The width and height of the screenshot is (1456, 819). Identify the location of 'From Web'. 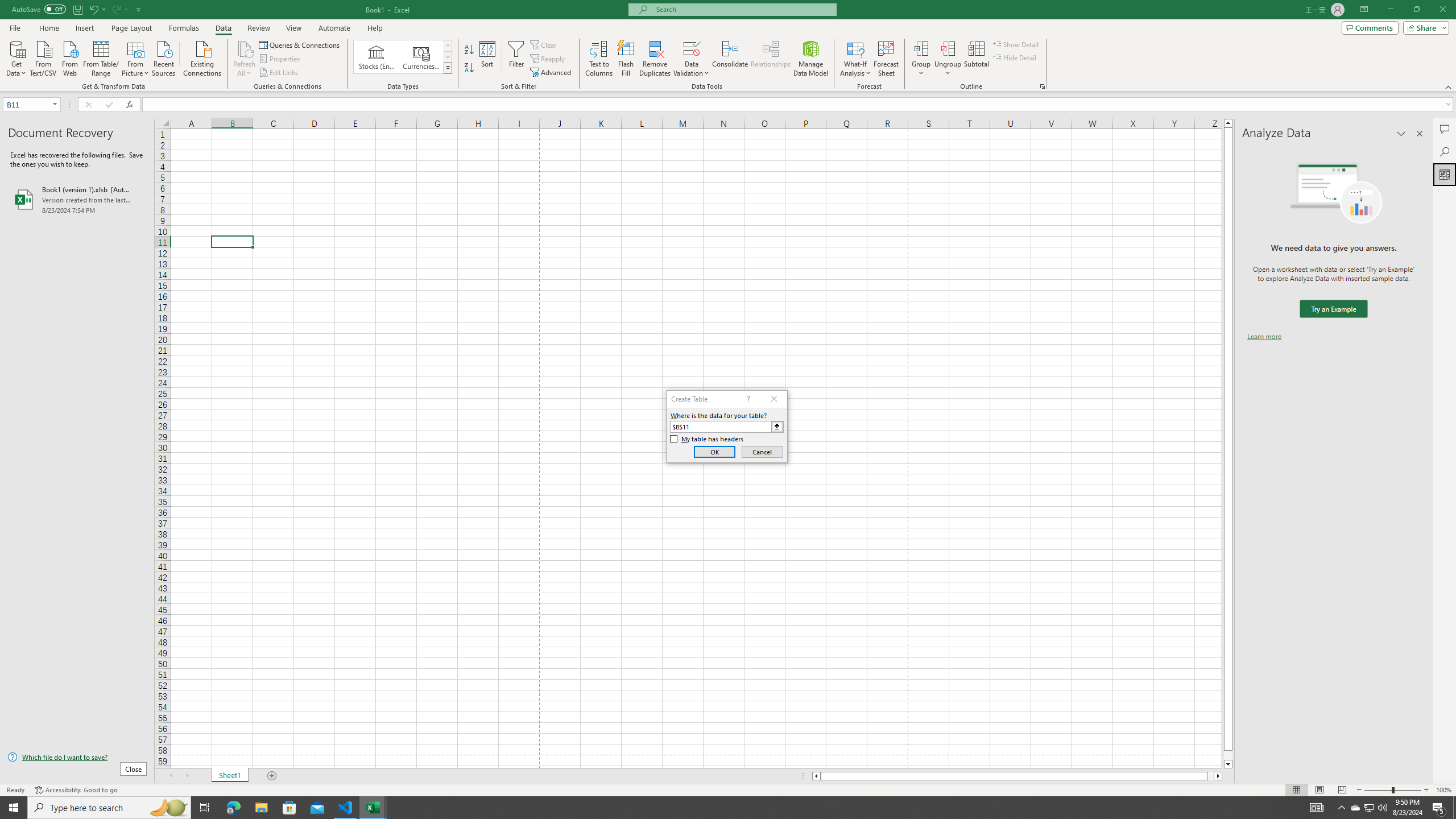
(69, 57).